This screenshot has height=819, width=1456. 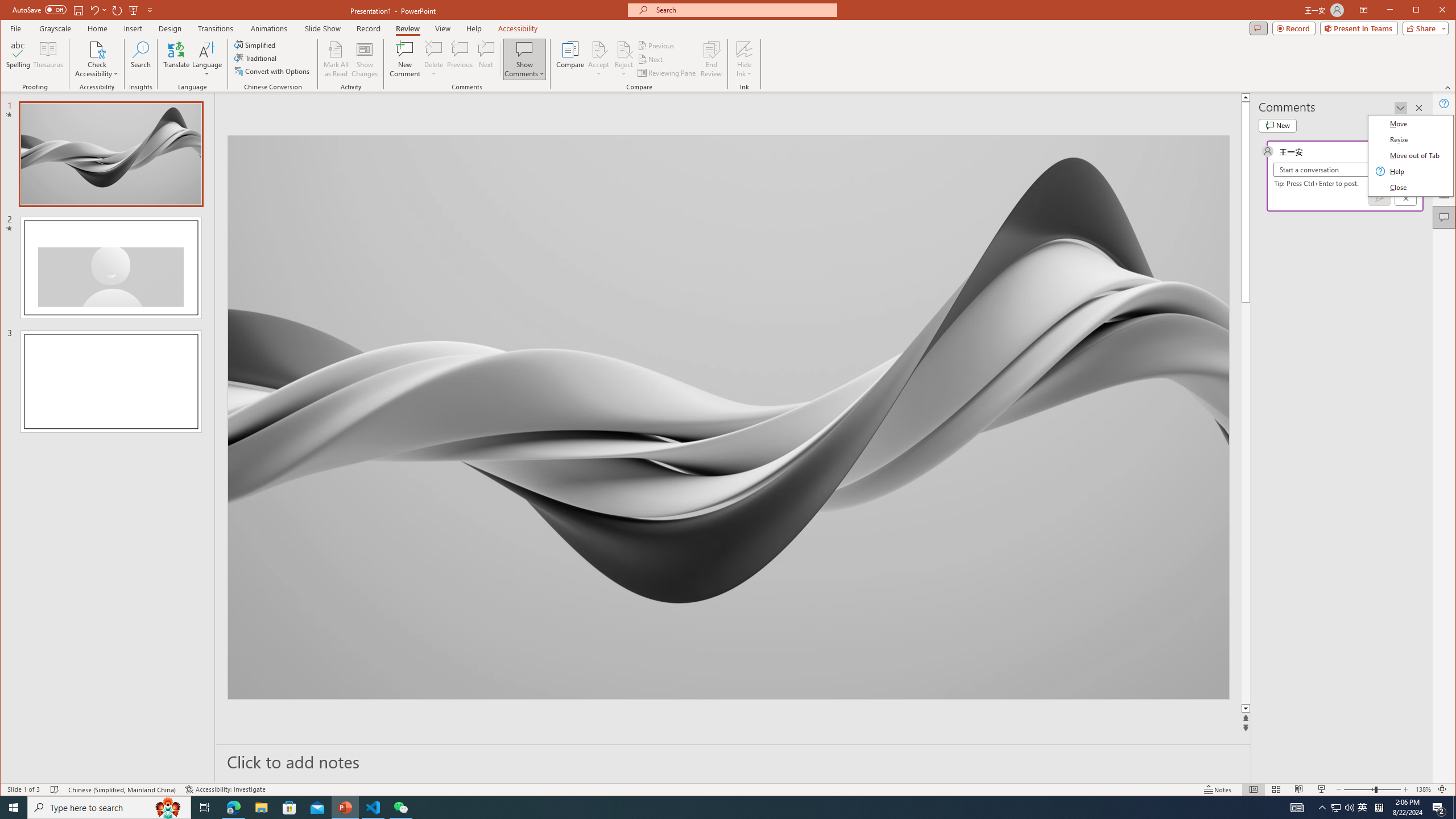 I want to click on 'Normal', so click(x=1254, y=789).